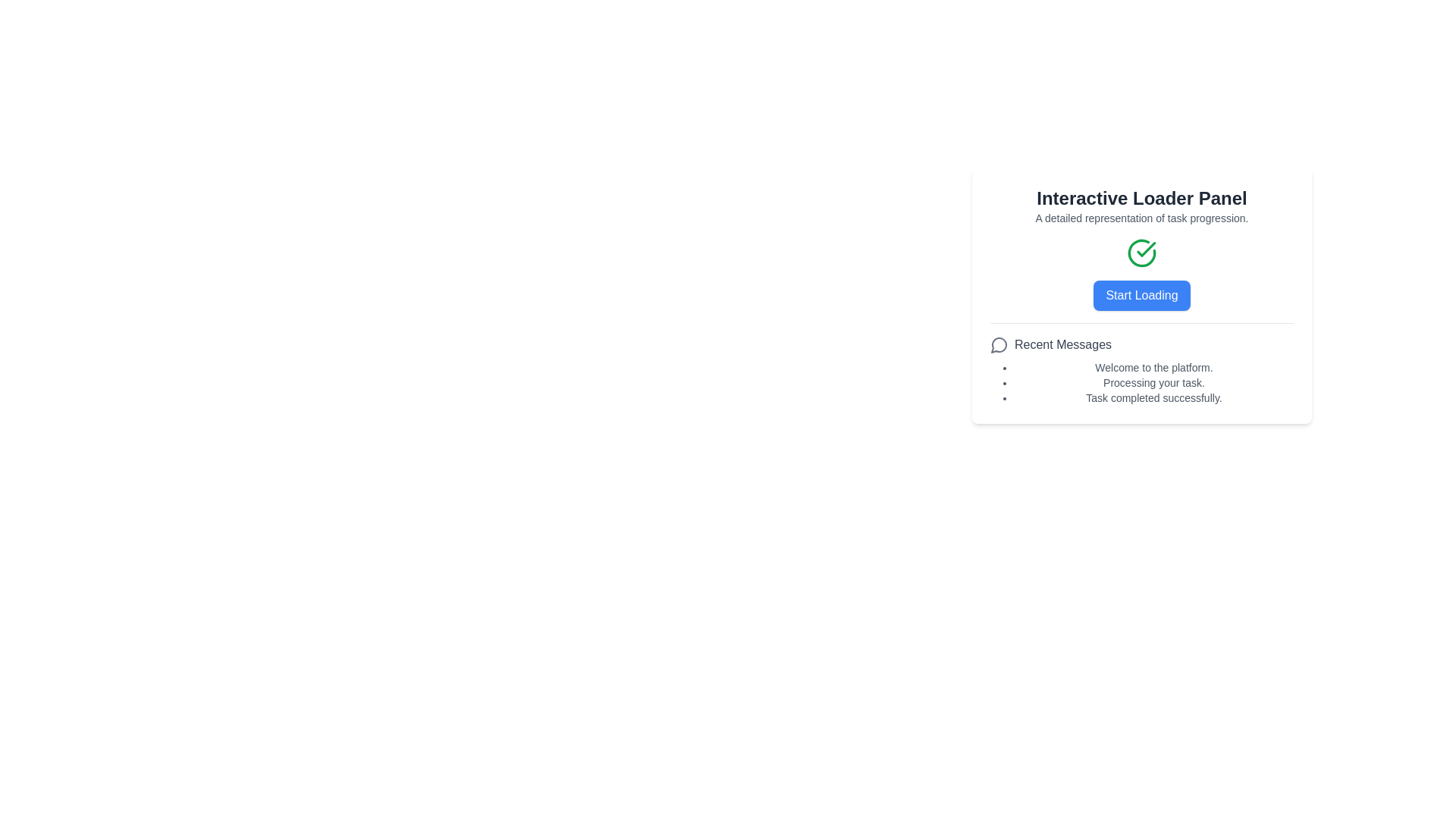 The image size is (1456, 819). What do you see at coordinates (1142, 295) in the screenshot?
I see `the 'Start Loading' button, which is a rectangular button with rounded corners, blue background, and white text located at the center-bottom of the 'Interactive Loader Panel'` at bounding box center [1142, 295].